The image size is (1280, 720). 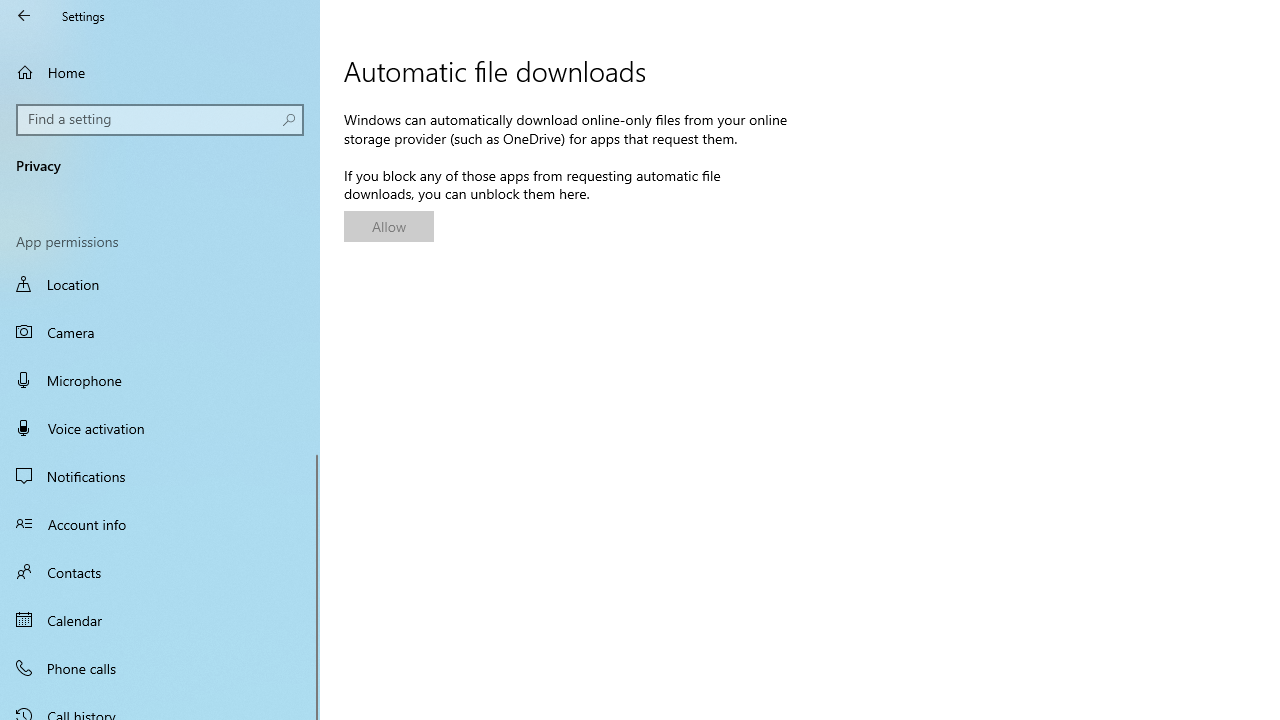 What do you see at coordinates (389, 225) in the screenshot?
I see `'Allow'` at bounding box center [389, 225].